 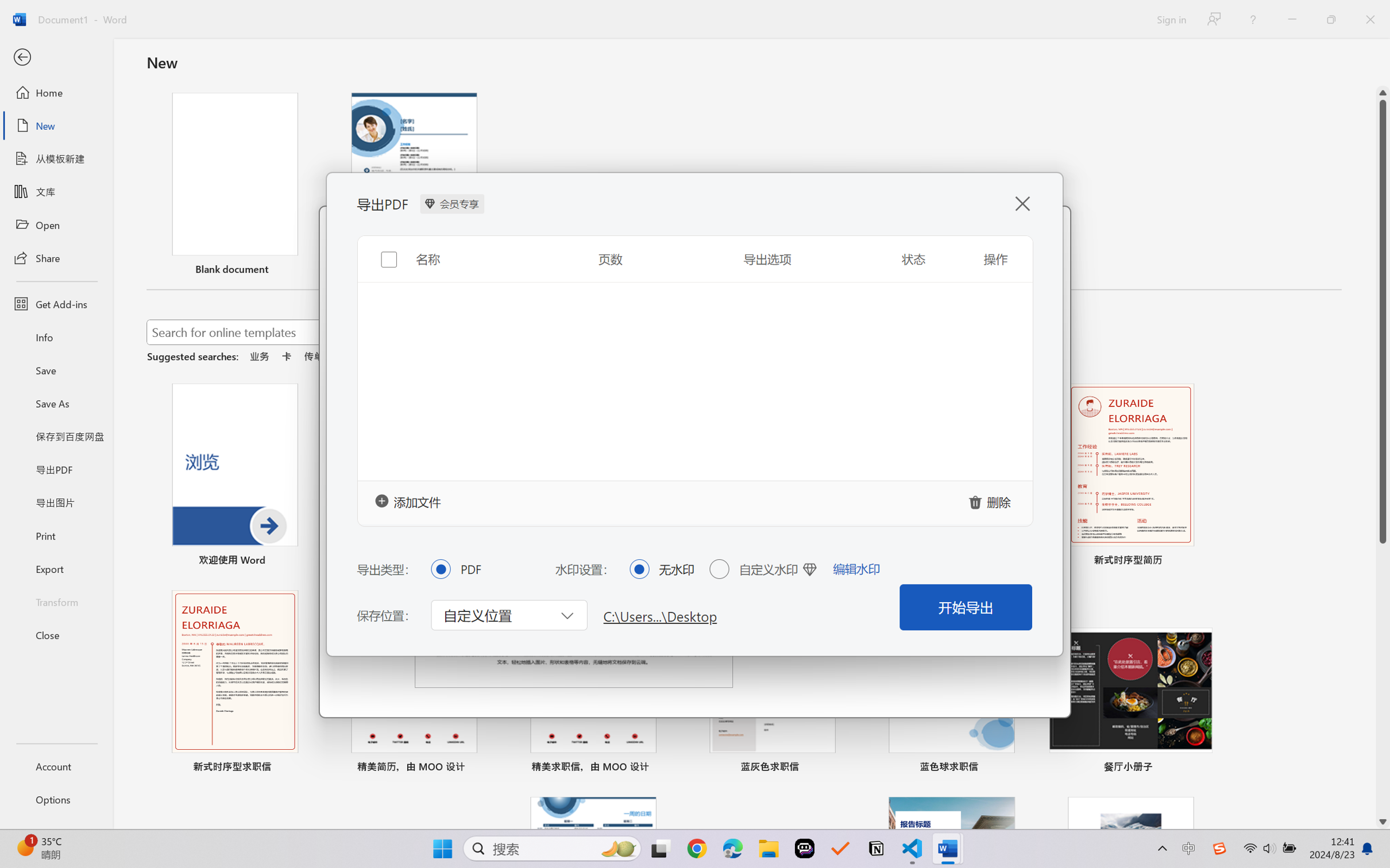 What do you see at coordinates (56, 303) in the screenshot?
I see `'Get Add-ins'` at bounding box center [56, 303].